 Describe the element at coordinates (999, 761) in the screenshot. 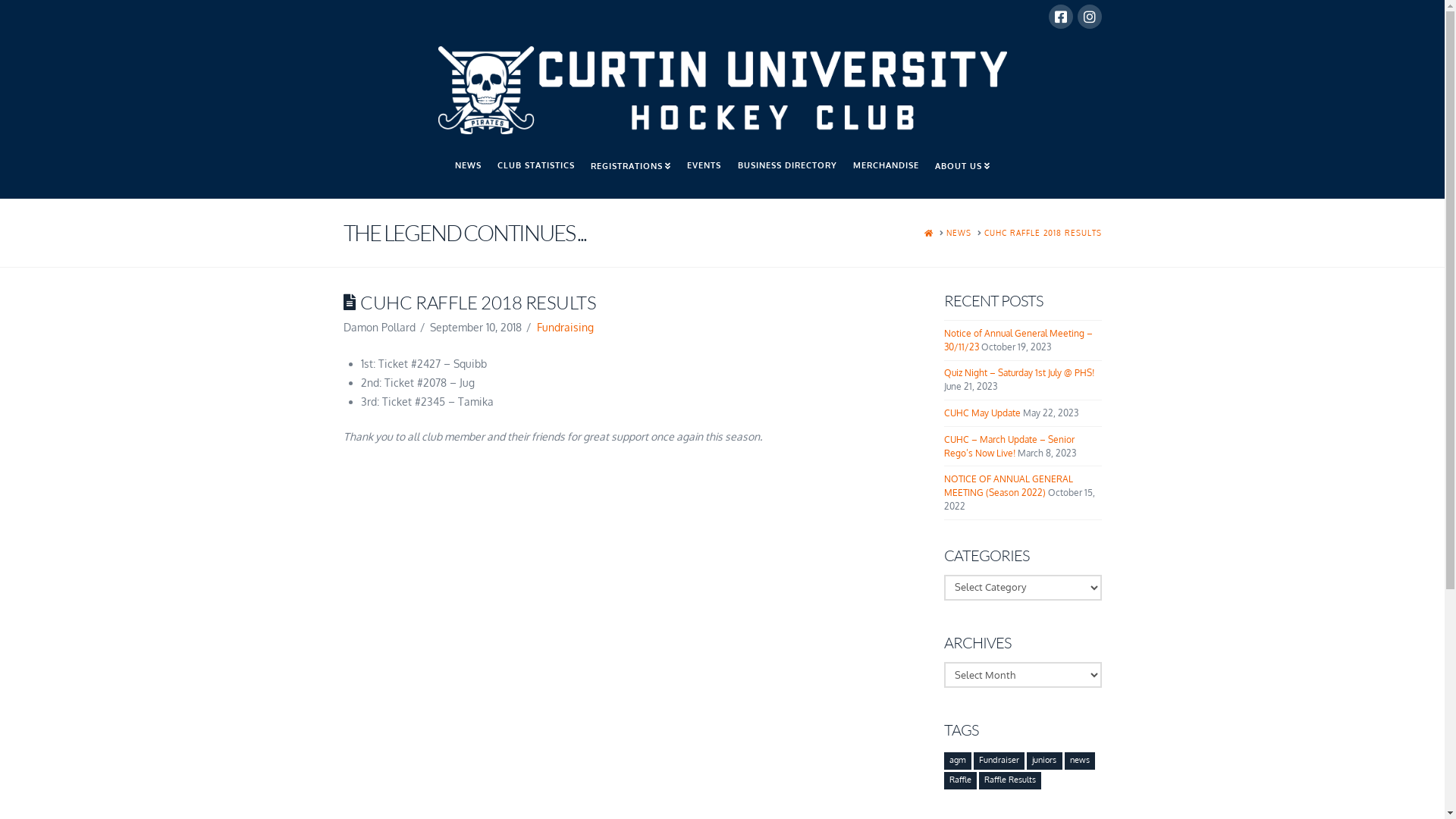

I see `'Fundraiser'` at that location.